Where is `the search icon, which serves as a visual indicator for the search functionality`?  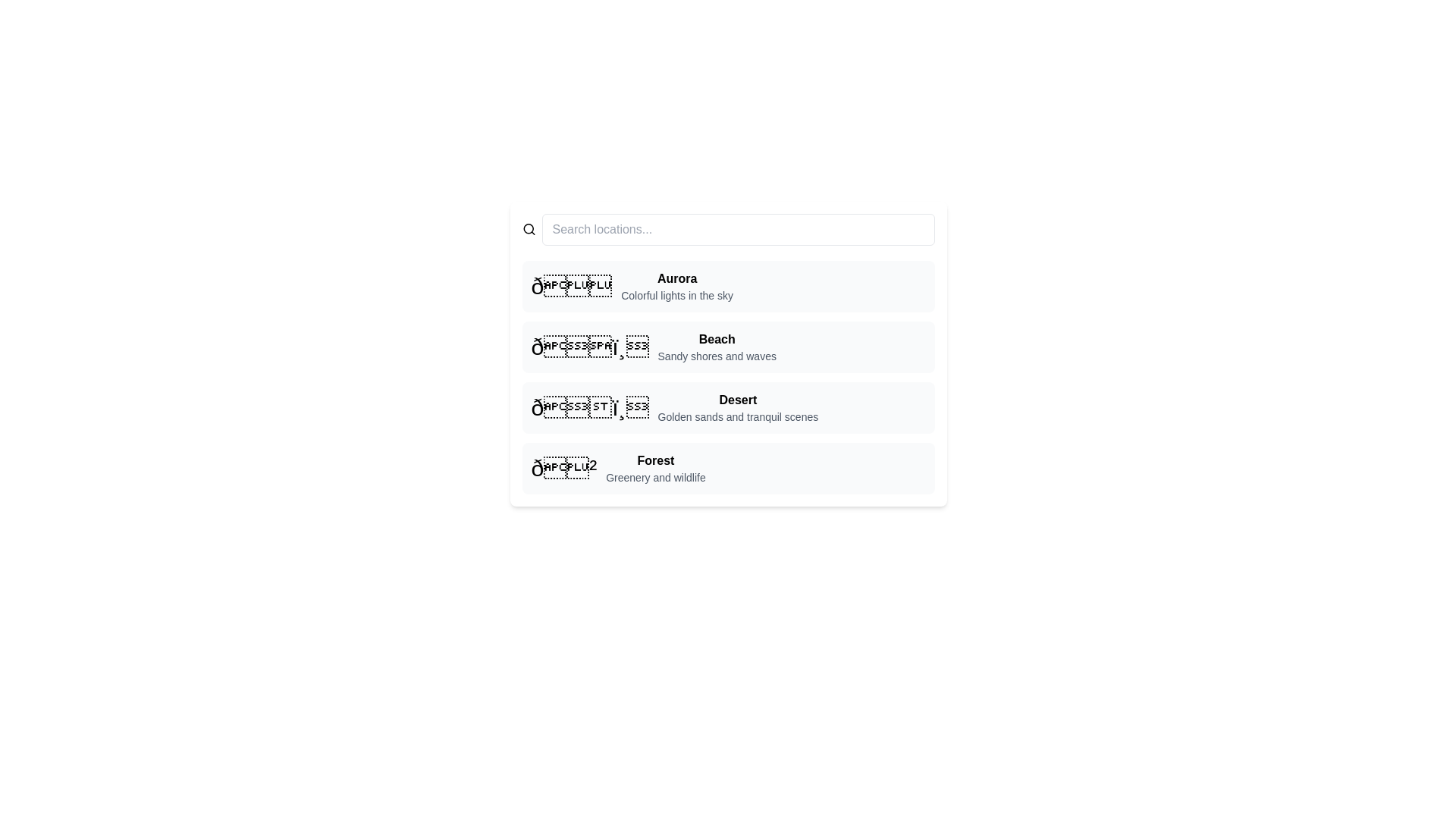 the search icon, which serves as a visual indicator for the search functionality is located at coordinates (529, 230).